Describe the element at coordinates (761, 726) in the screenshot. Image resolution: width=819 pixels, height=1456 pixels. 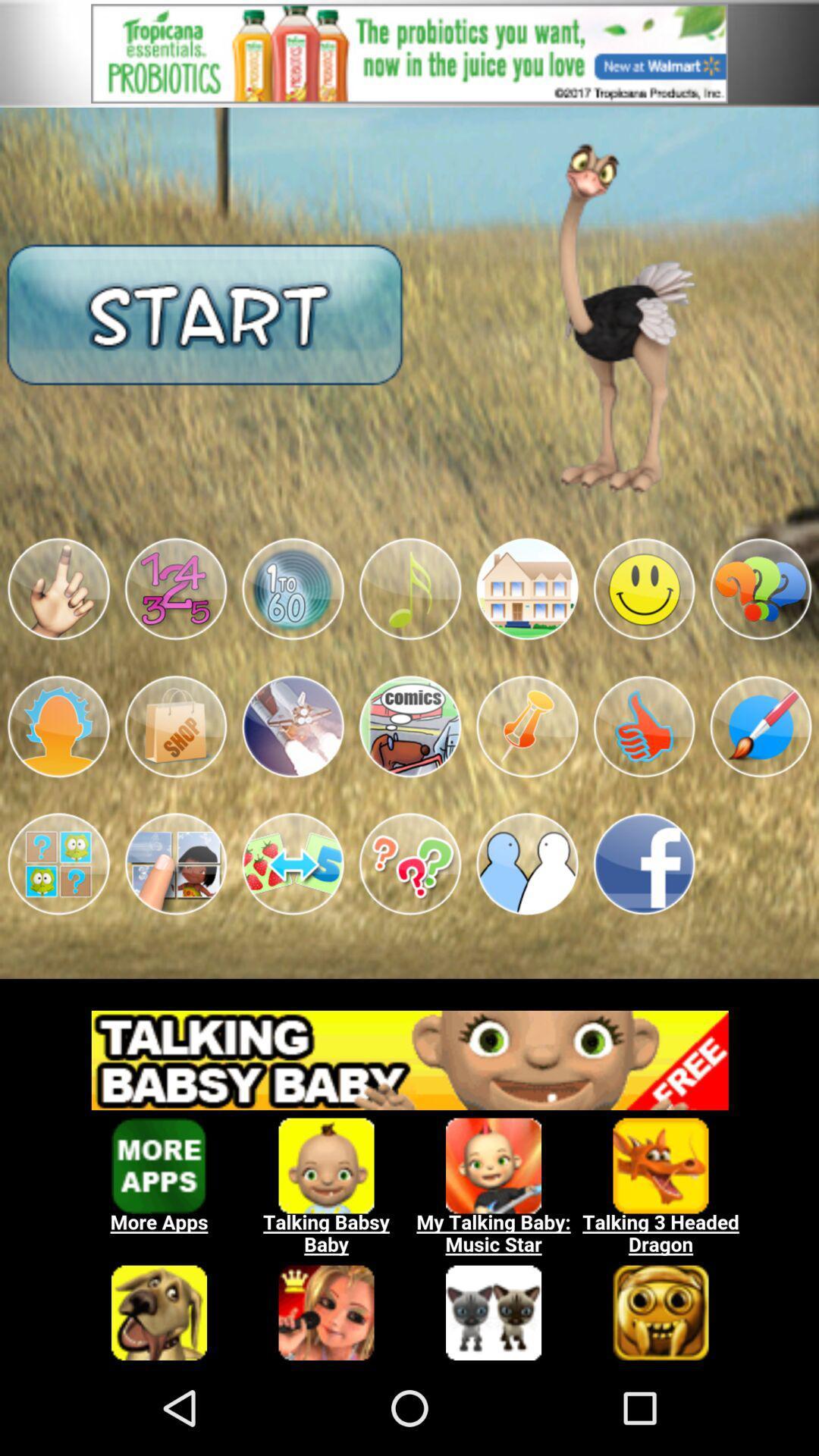
I see `paintbrush icon` at that location.